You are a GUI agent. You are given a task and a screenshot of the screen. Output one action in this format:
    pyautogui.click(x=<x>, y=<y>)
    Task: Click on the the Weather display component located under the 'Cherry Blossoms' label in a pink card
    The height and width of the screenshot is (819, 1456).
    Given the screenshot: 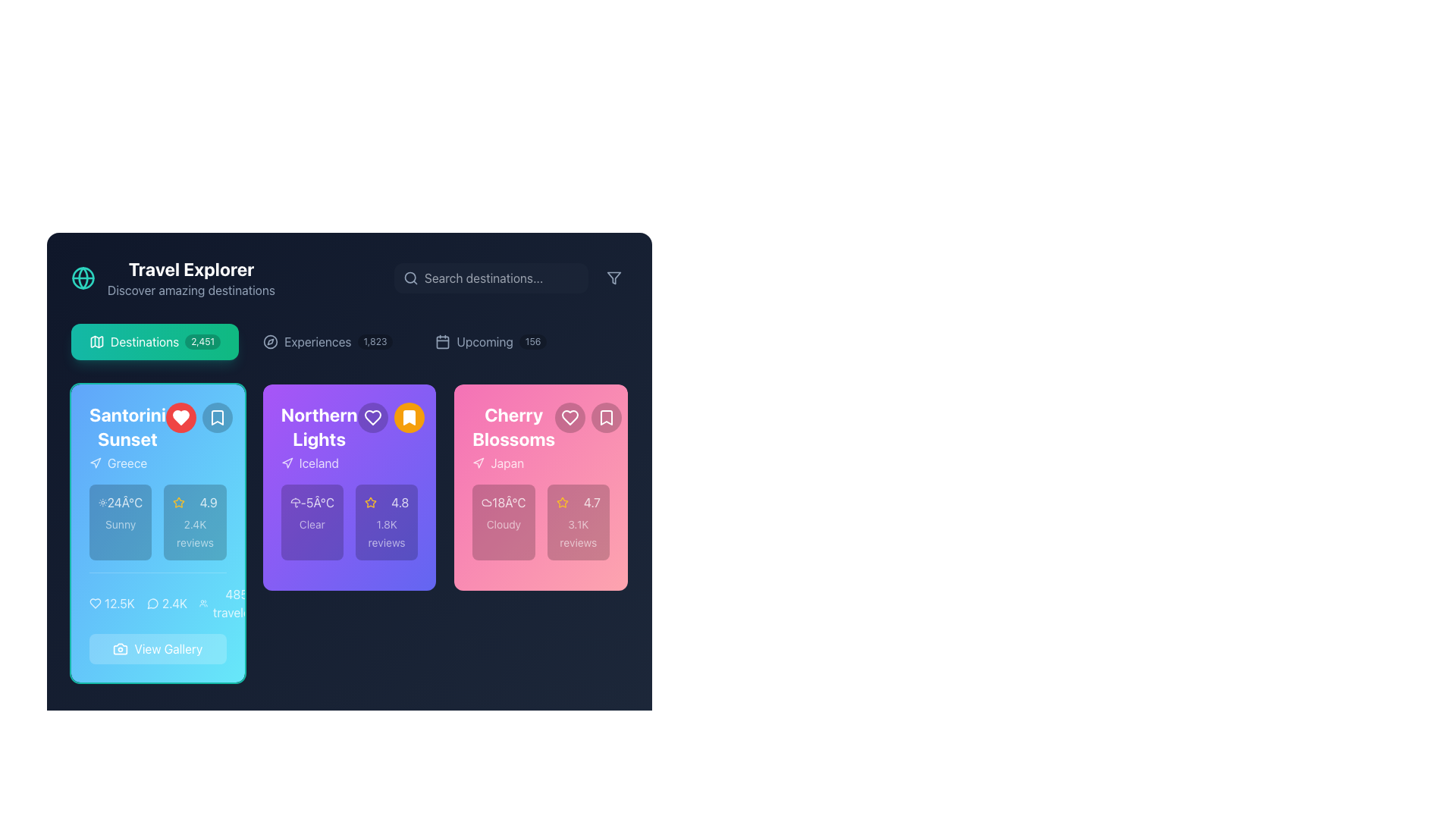 What is the action you would take?
    pyautogui.click(x=503, y=522)
    